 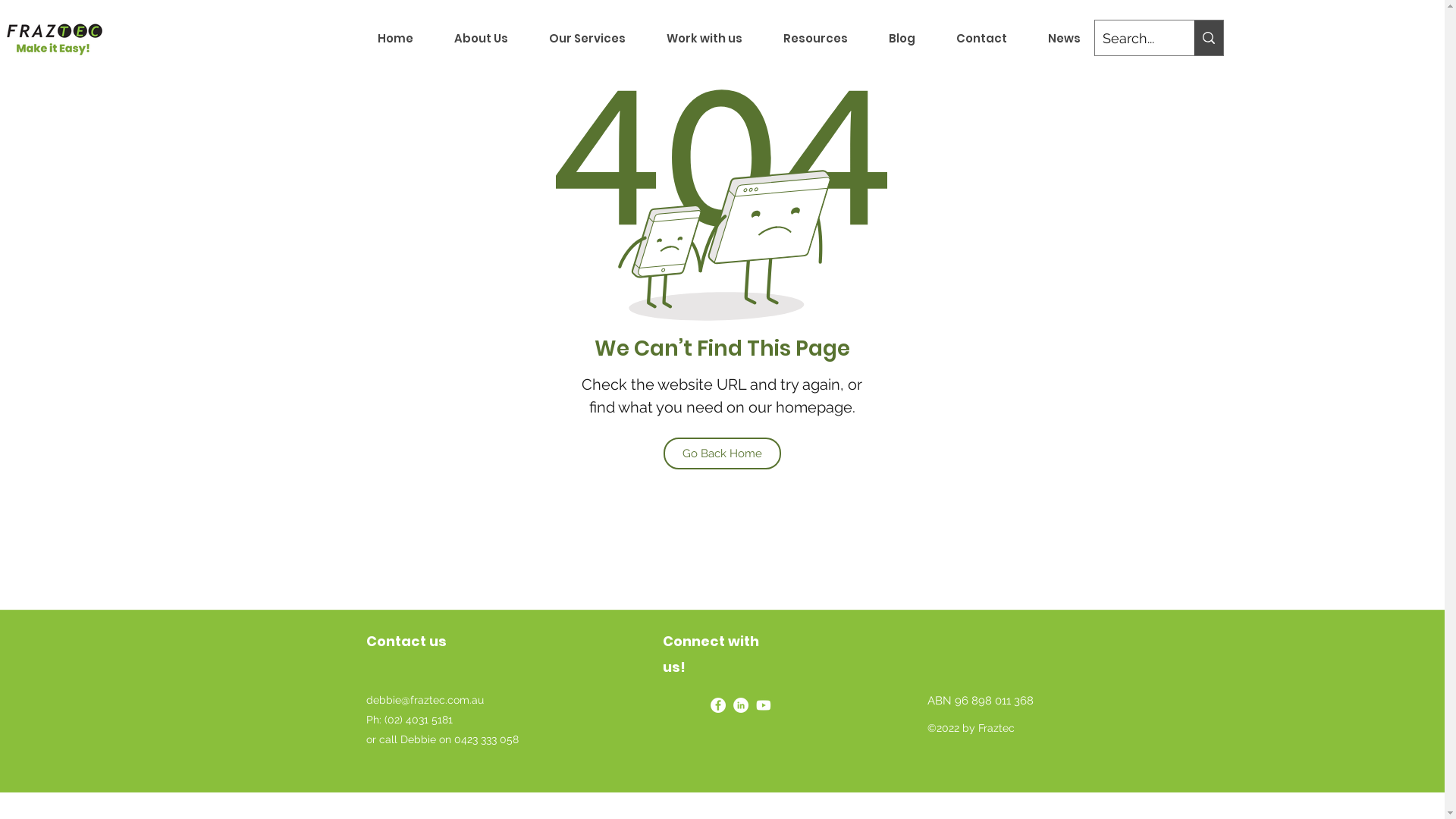 What do you see at coordinates (704, 37) in the screenshot?
I see `'Work with us'` at bounding box center [704, 37].